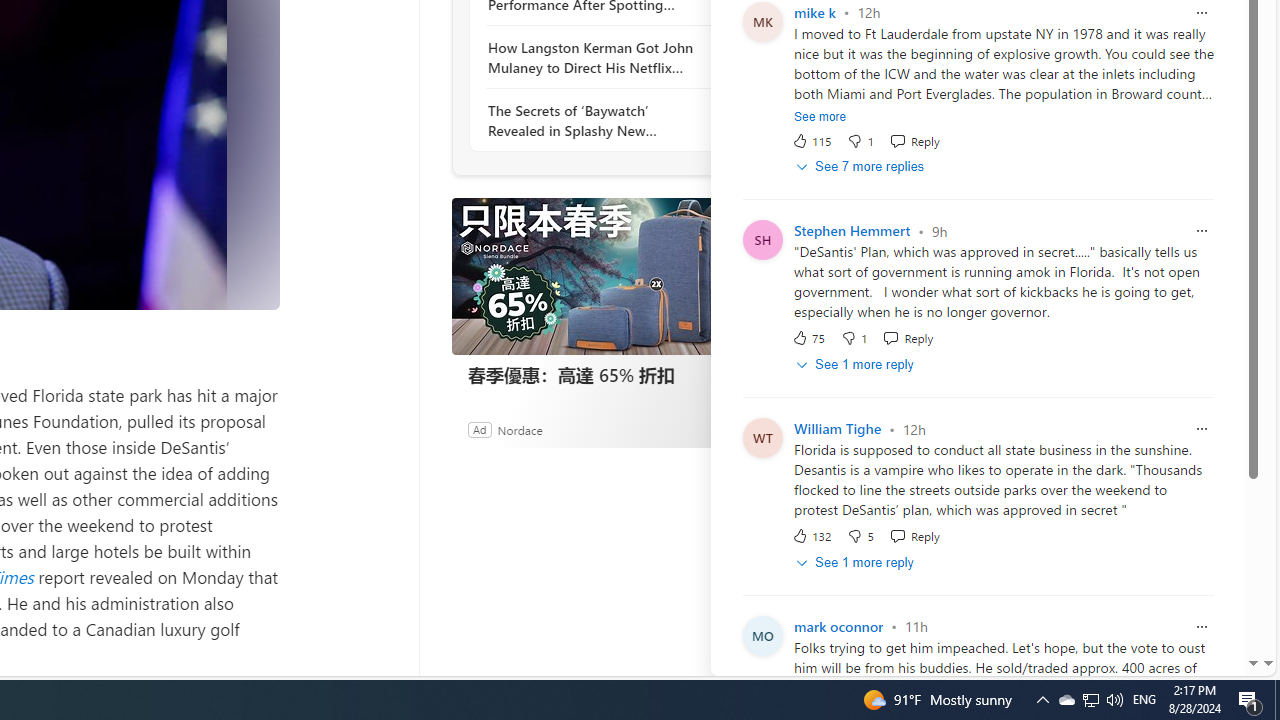  I want to click on 'Stephen Hemmert', so click(852, 230).